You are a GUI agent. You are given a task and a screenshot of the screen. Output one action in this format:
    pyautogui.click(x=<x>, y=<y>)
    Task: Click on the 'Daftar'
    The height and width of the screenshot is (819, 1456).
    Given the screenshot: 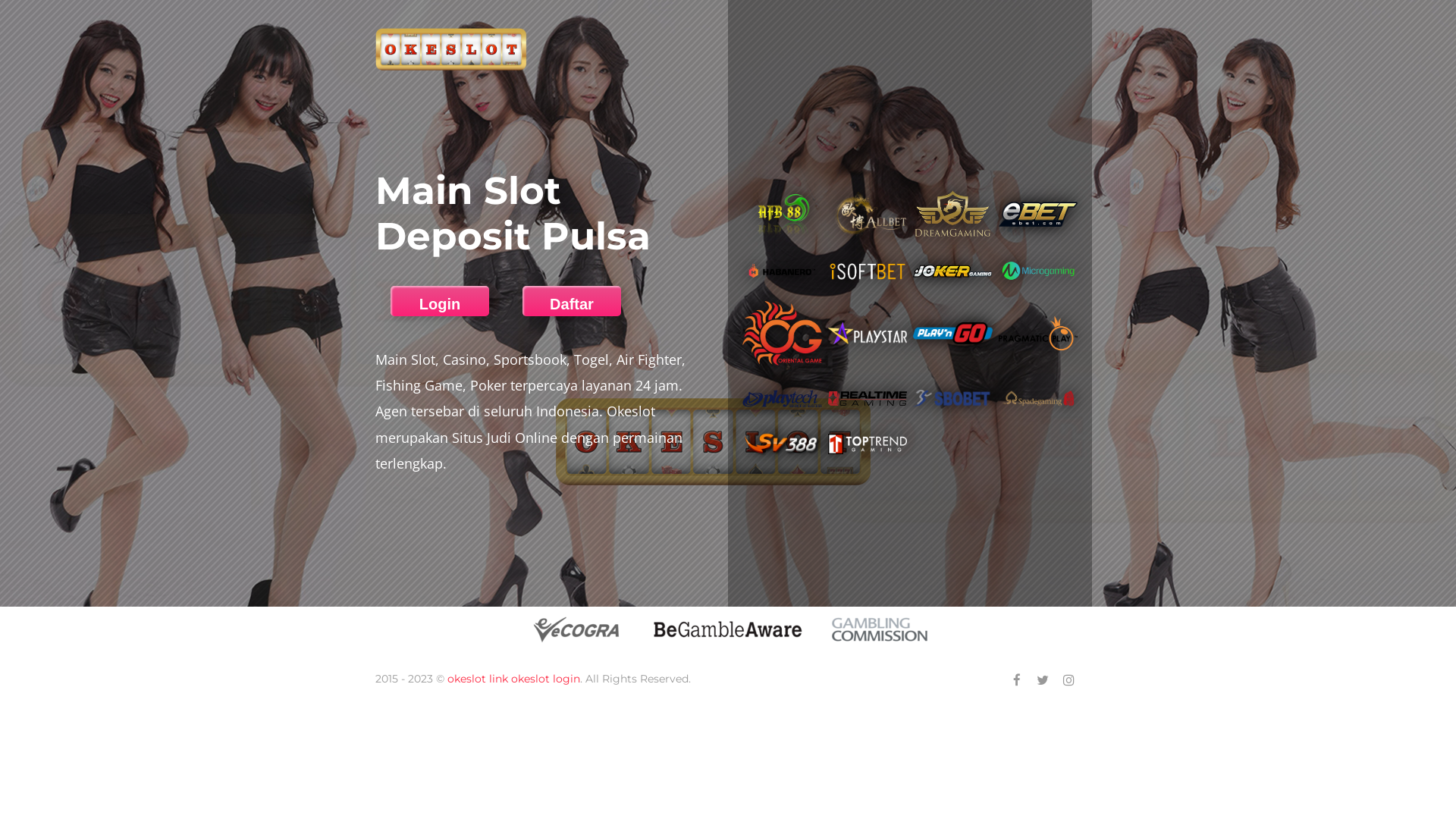 What is the action you would take?
    pyautogui.click(x=570, y=301)
    